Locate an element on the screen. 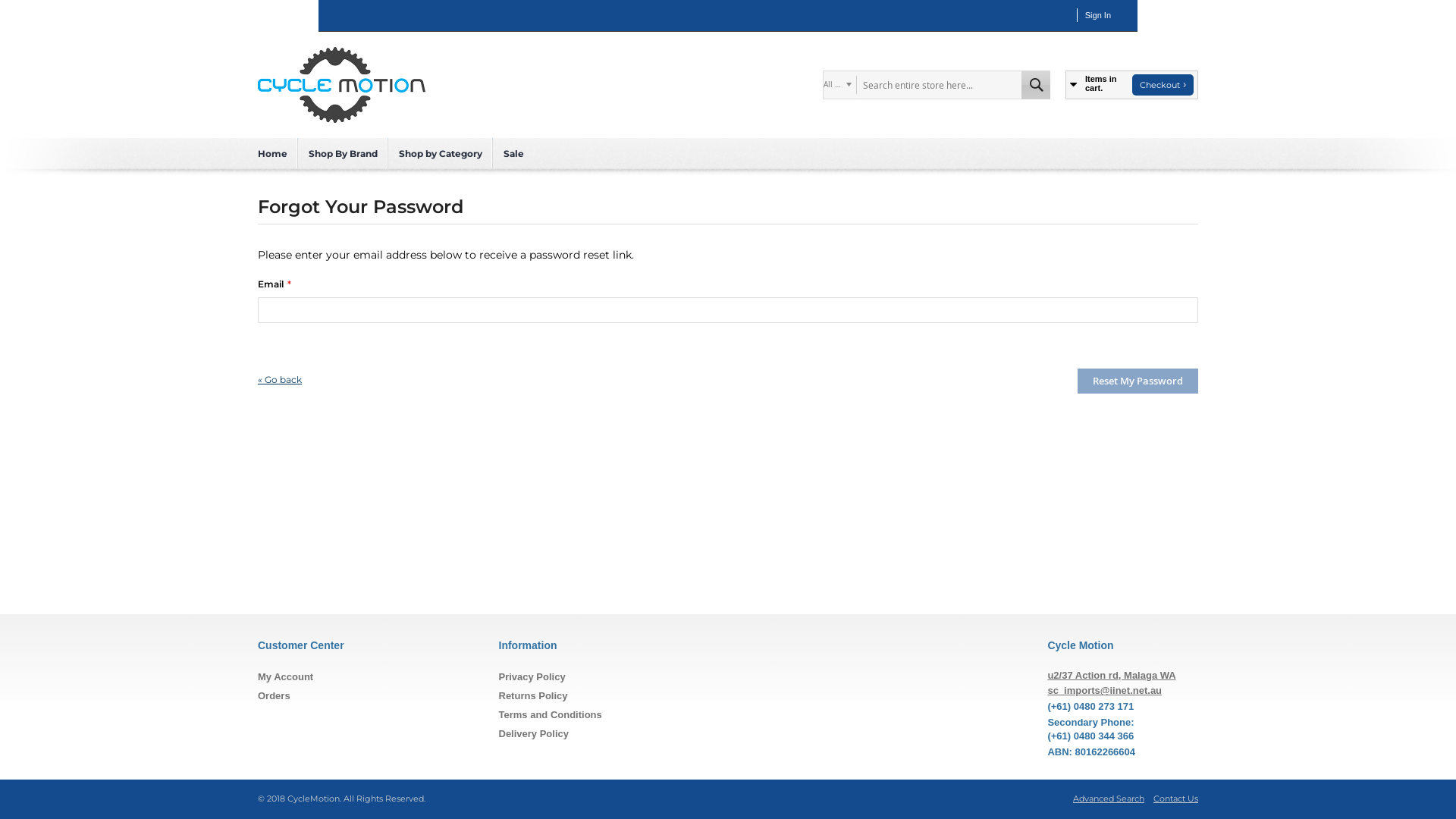 The height and width of the screenshot is (819, 1456). 'Shop By Brand' is located at coordinates (342, 153).